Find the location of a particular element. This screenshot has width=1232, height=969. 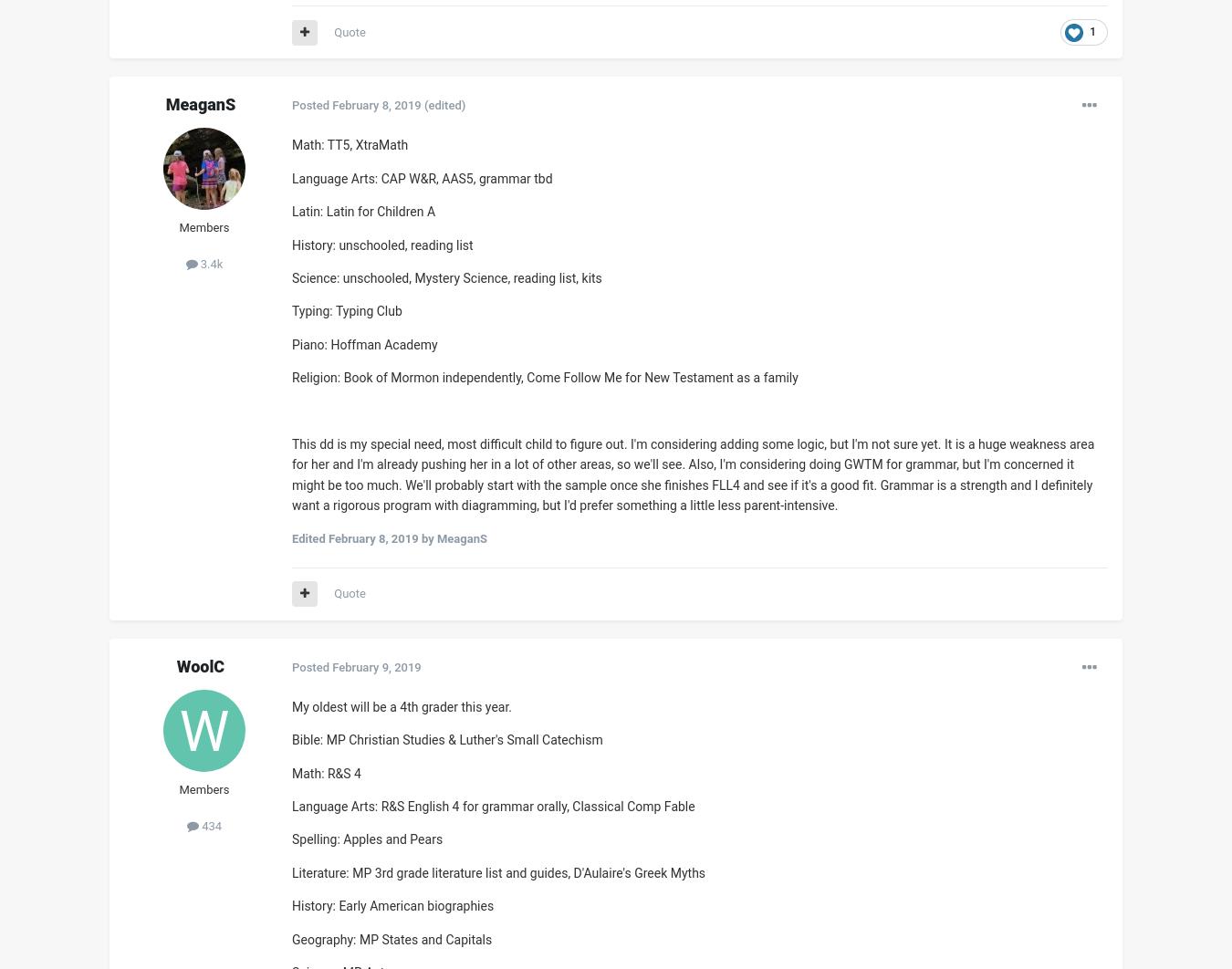

'Spelling: Apples and Pears' is located at coordinates (367, 839).